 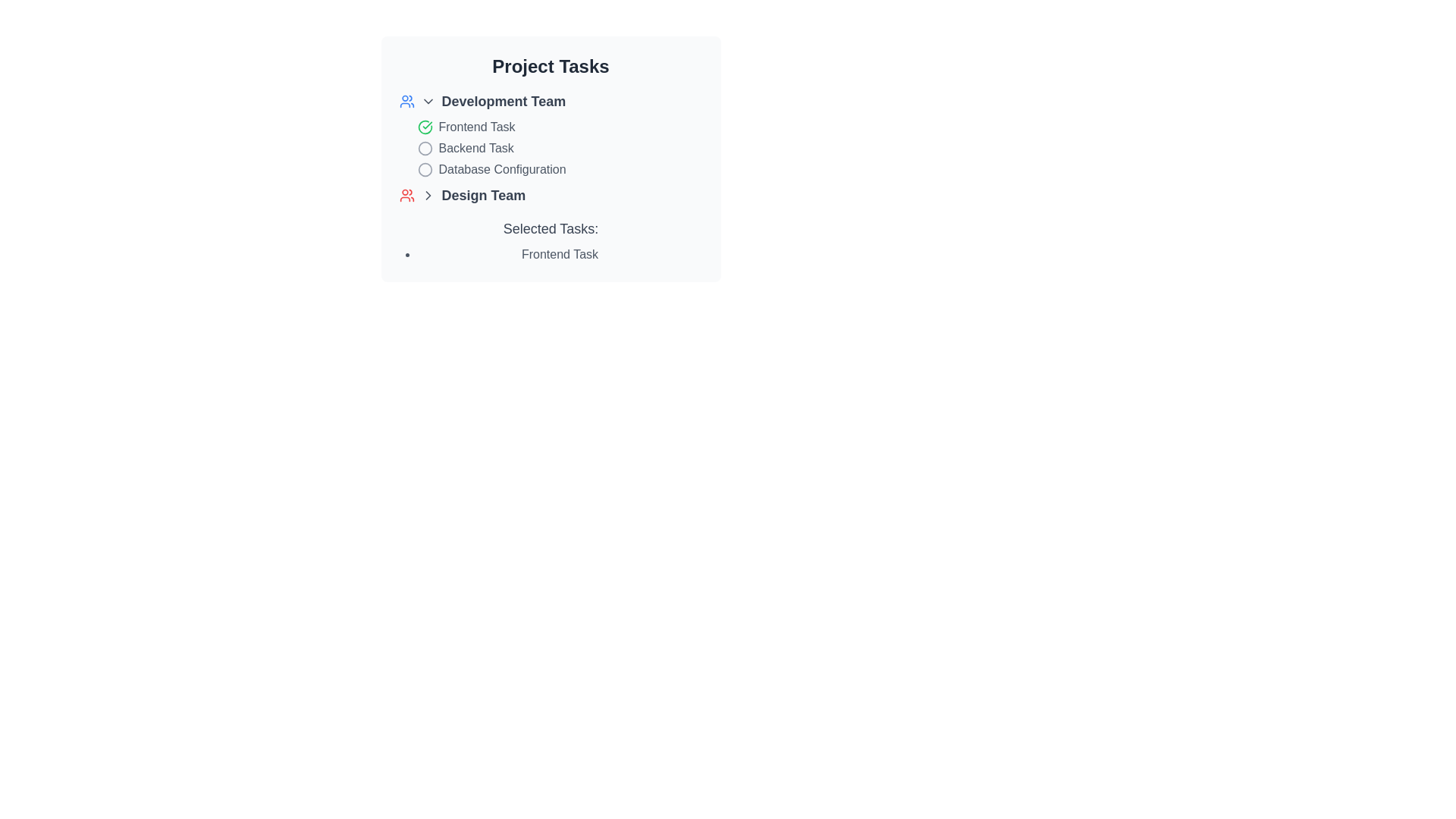 I want to click on the blue group of people icon located in the top-left corner of the 'Development Team' section, so click(x=406, y=102).